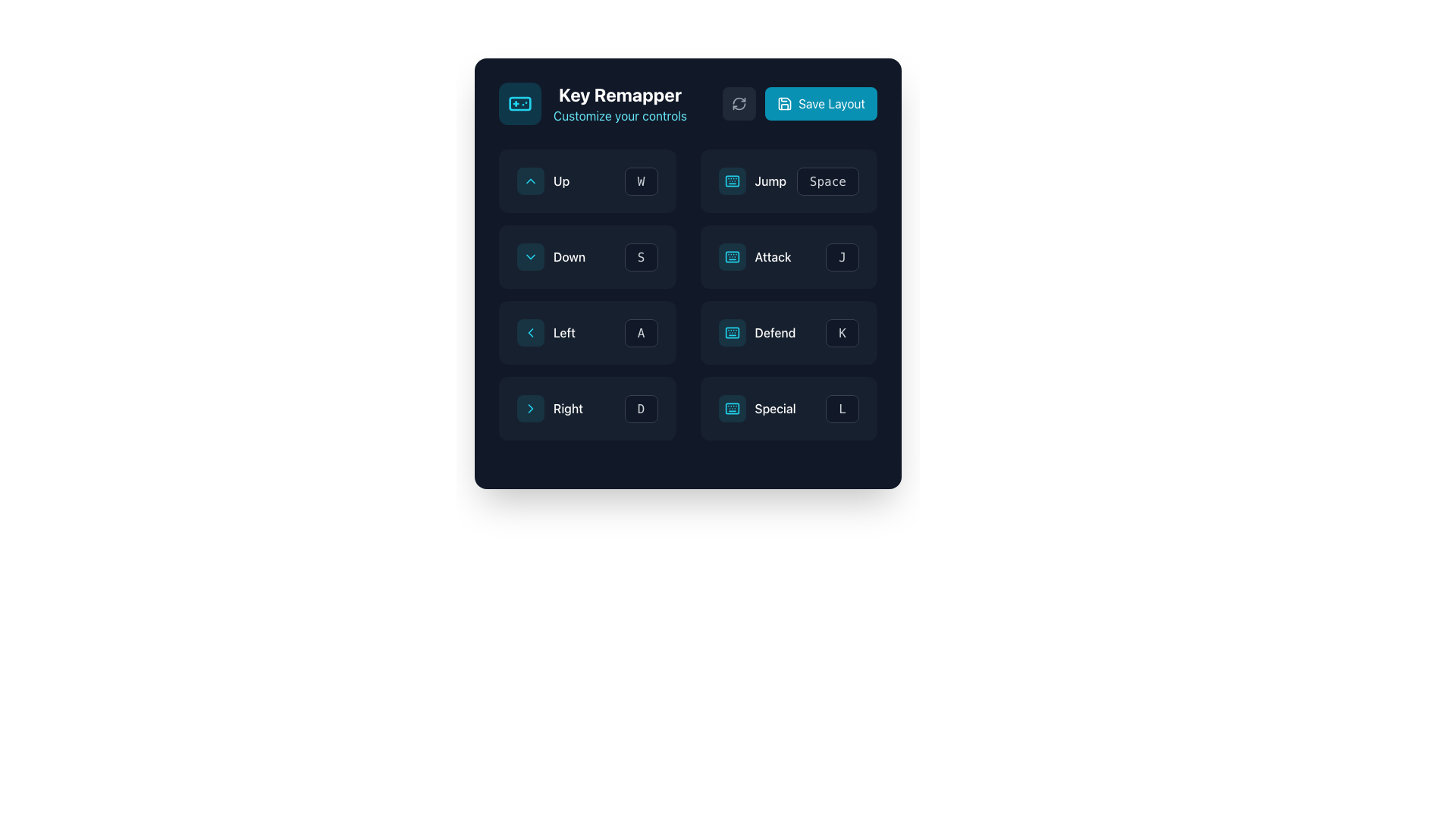 This screenshot has width=1456, height=819. I want to click on the 'Left' action element, which is represented by a Text and Icon in the control remapping interface, located in the middle row and first column of the grid, so click(546, 332).